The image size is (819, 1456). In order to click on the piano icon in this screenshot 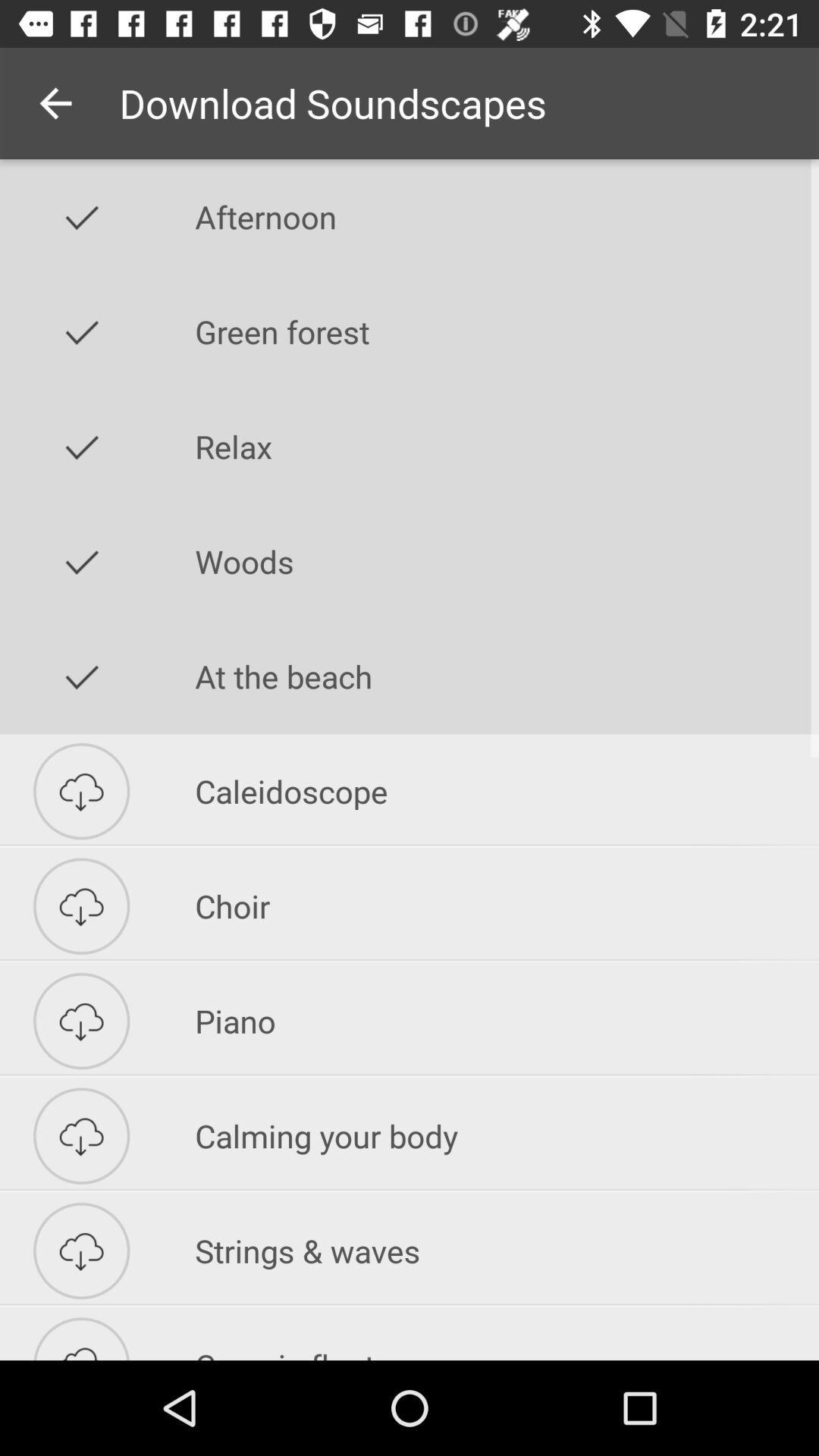, I will do `click(507, 1021)`.